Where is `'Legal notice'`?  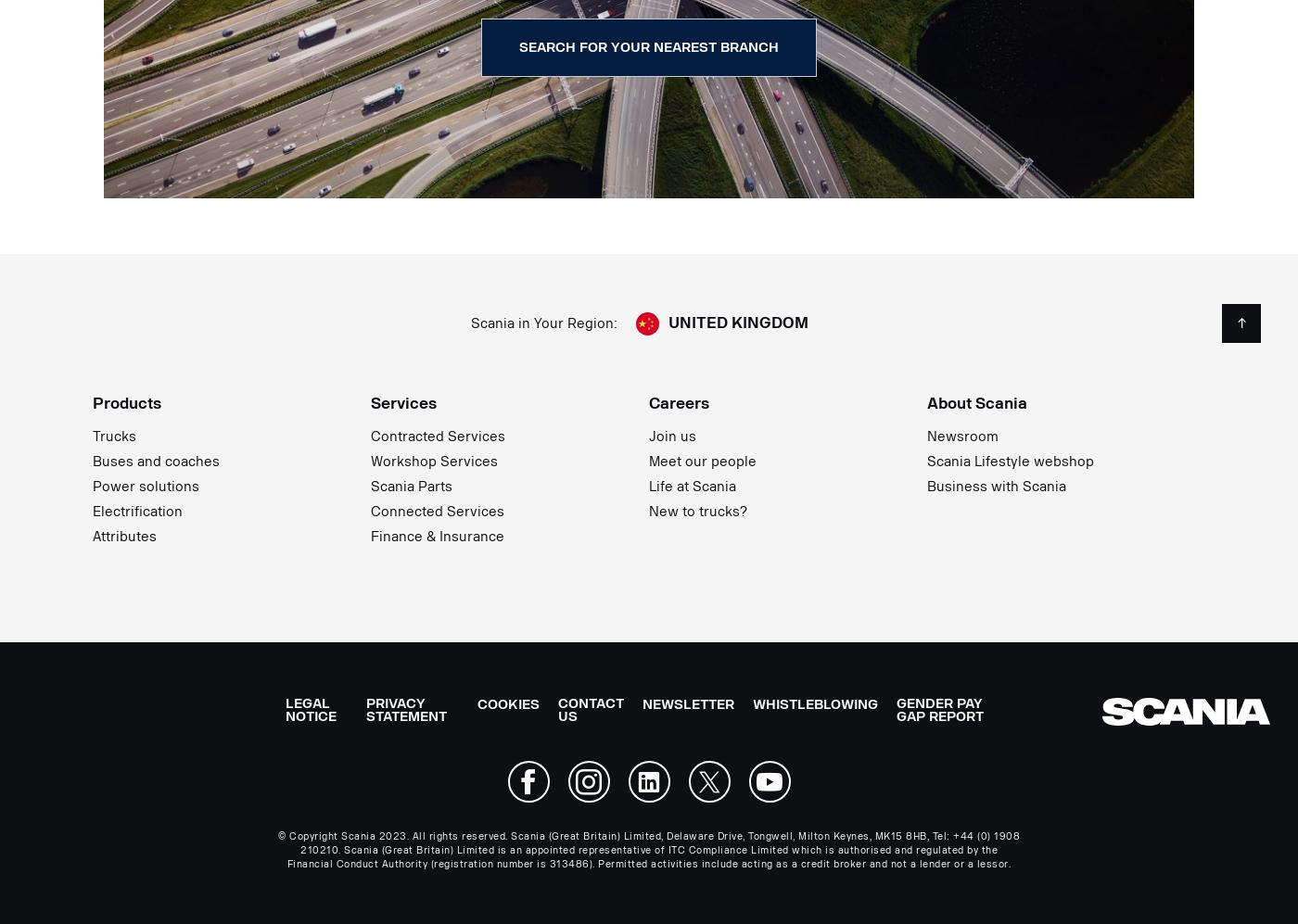
'Legal notice' is located at coordinates (311, 710).